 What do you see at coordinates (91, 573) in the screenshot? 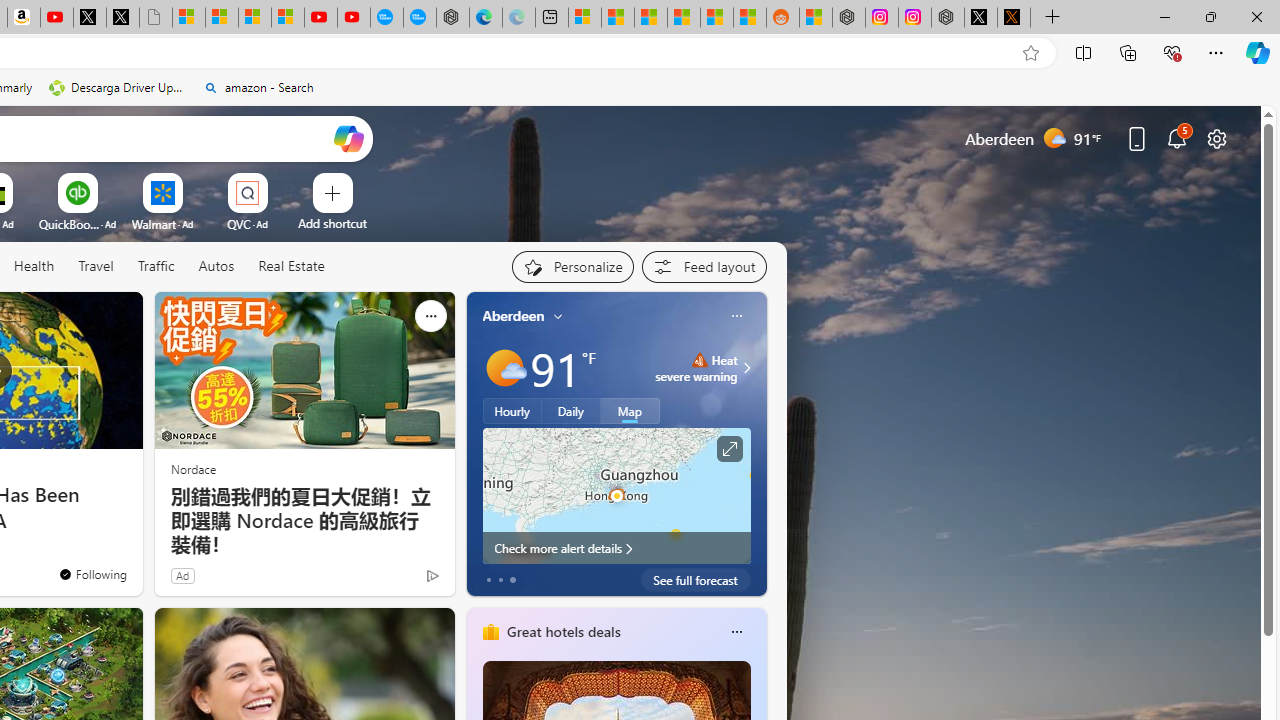
I see `'You'` at bounding box center [91, 573].